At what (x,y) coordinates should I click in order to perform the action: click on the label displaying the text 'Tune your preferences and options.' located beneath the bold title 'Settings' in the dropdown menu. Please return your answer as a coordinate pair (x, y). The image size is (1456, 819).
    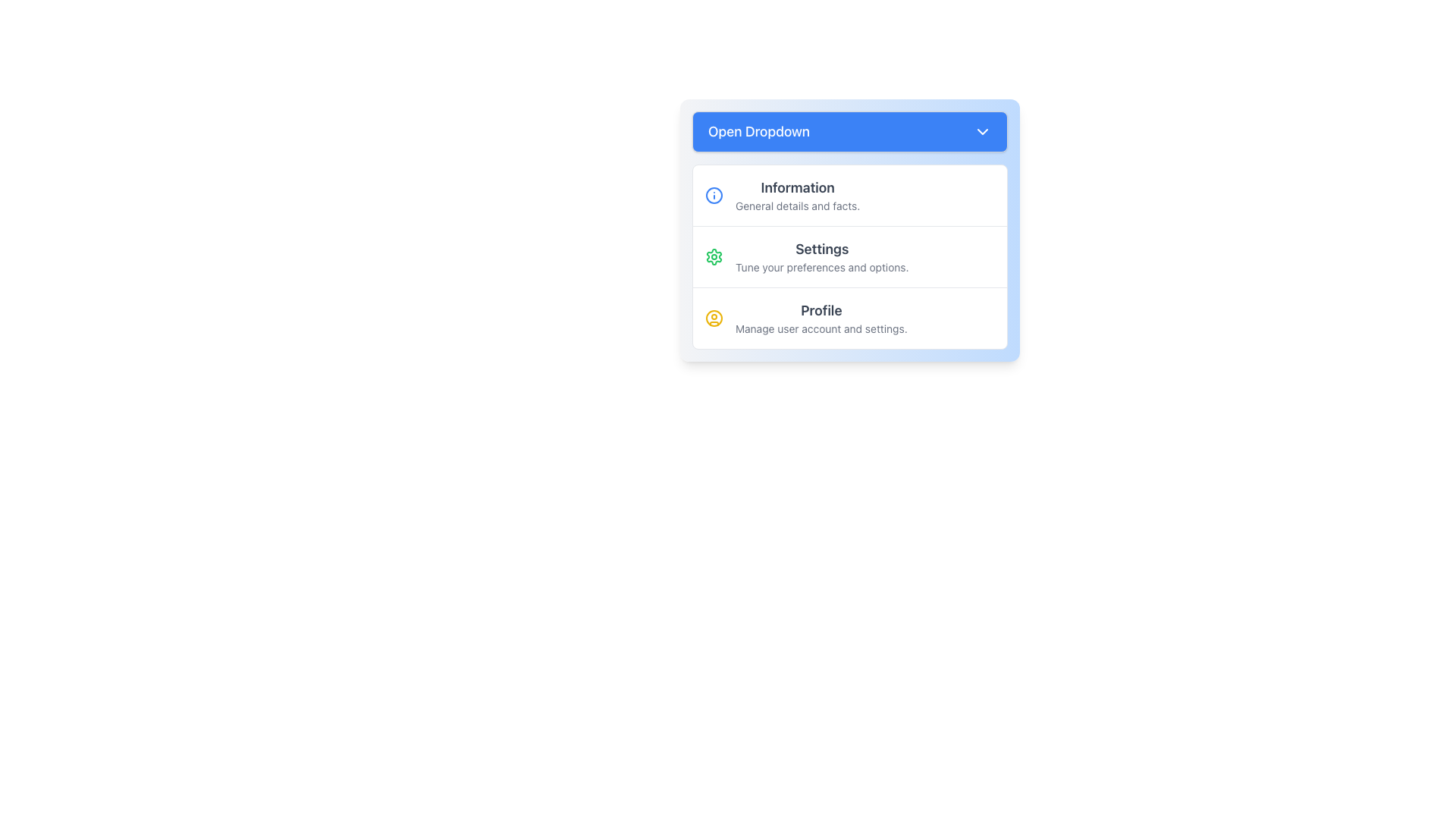
    Looking at the image, I should click on (821, 267).